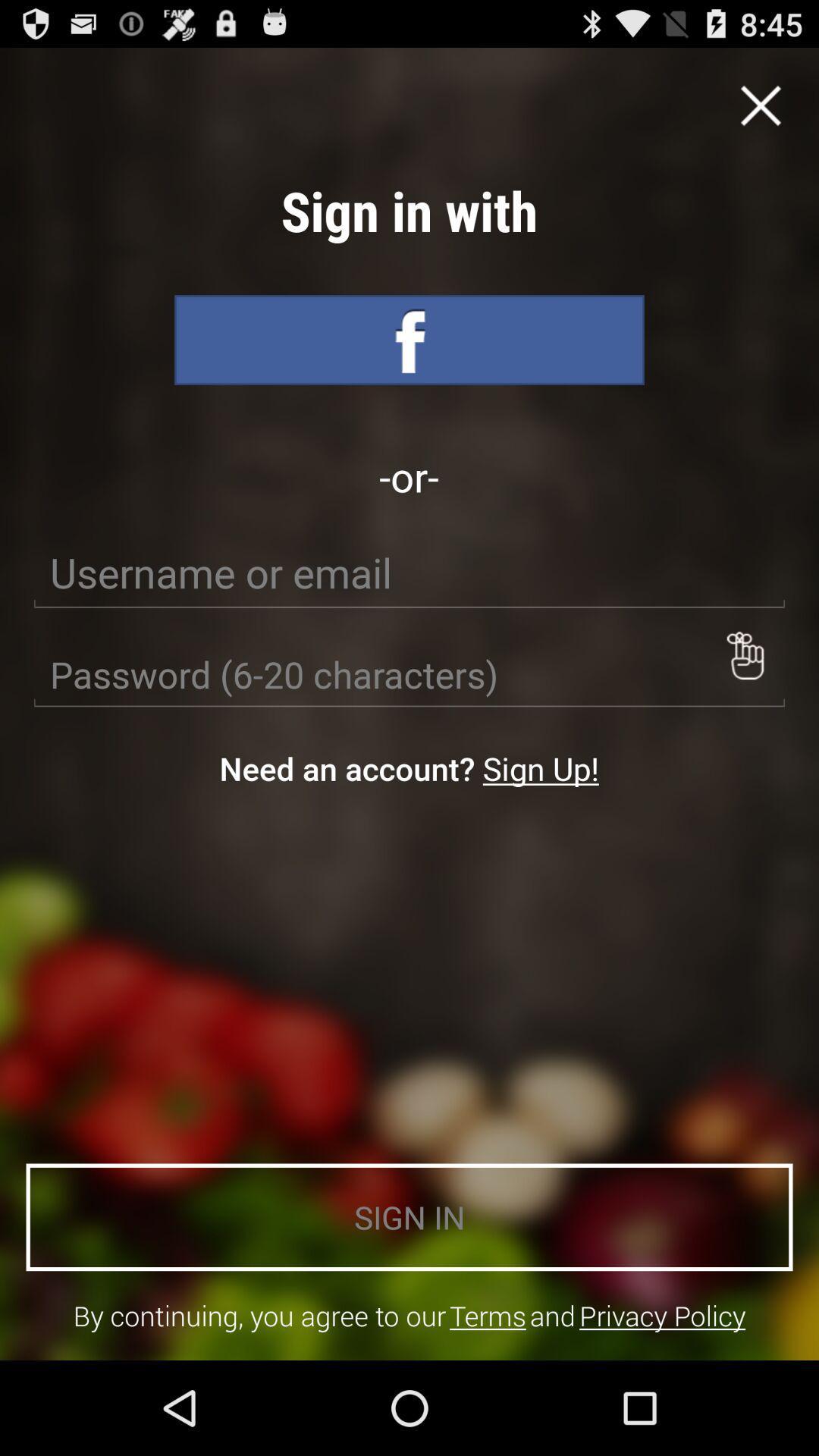  What do you see at coordinates (409, 339) in the screenshot?
I see `sign in` at bounding box center [409, 339].